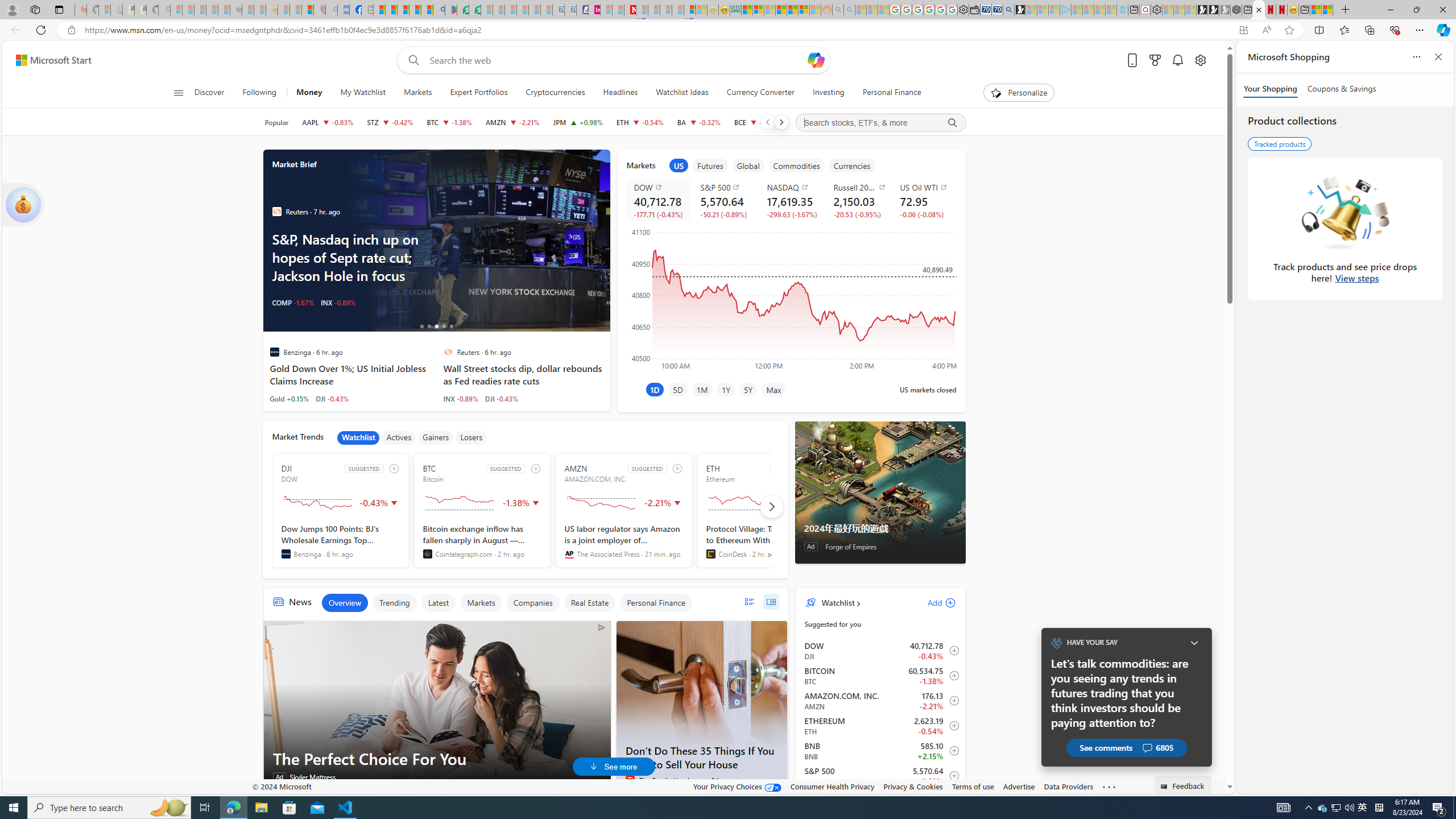 The height and width of the screenshot is (819, 1456). I want to click on 'My Watchlist', so click(362, 92).